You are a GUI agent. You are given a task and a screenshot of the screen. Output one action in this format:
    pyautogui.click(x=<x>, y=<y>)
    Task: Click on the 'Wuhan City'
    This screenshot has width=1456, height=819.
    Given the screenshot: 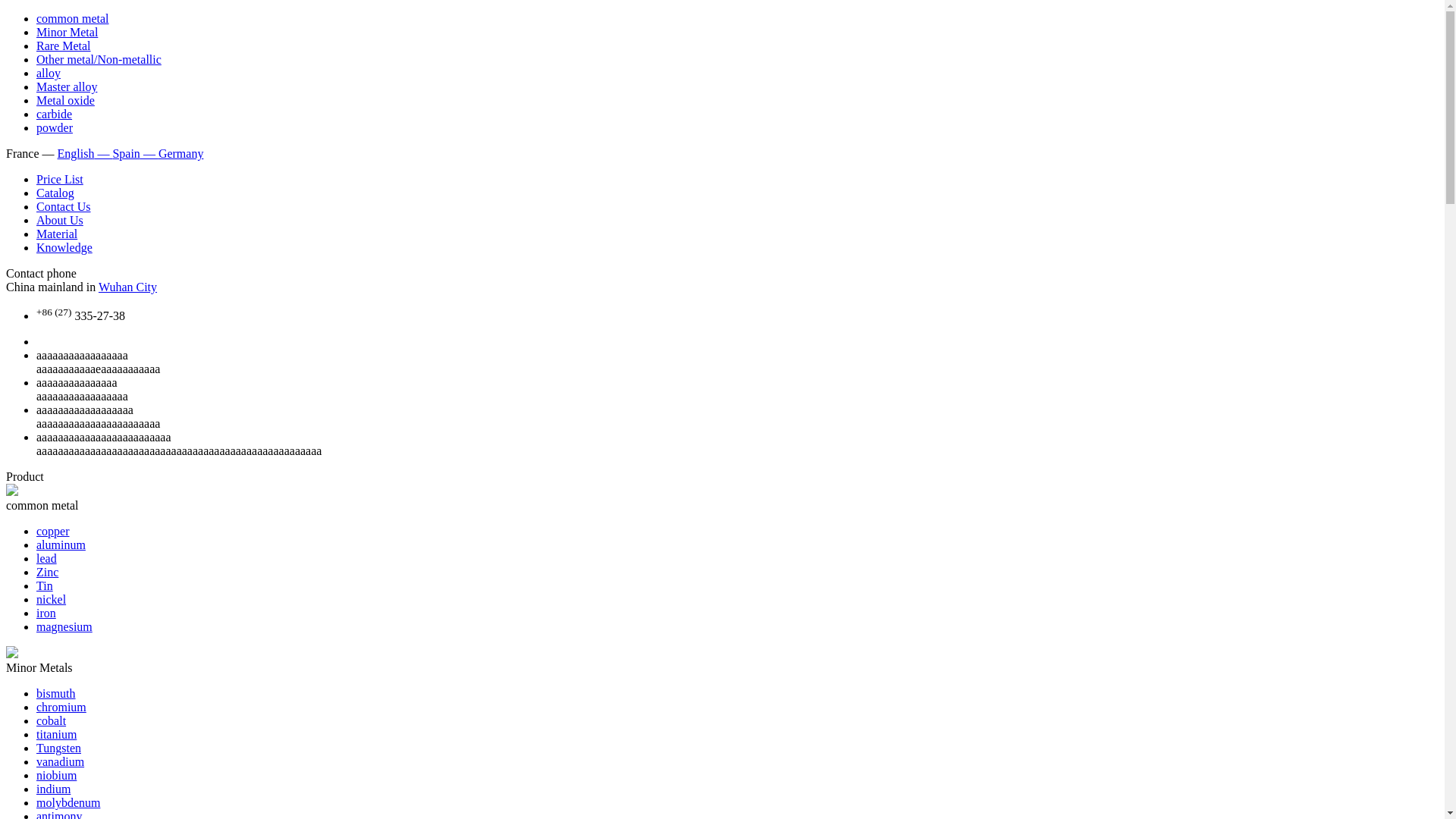 What is the action you would take?
    pyautogui.click(x=97, y=287)
    